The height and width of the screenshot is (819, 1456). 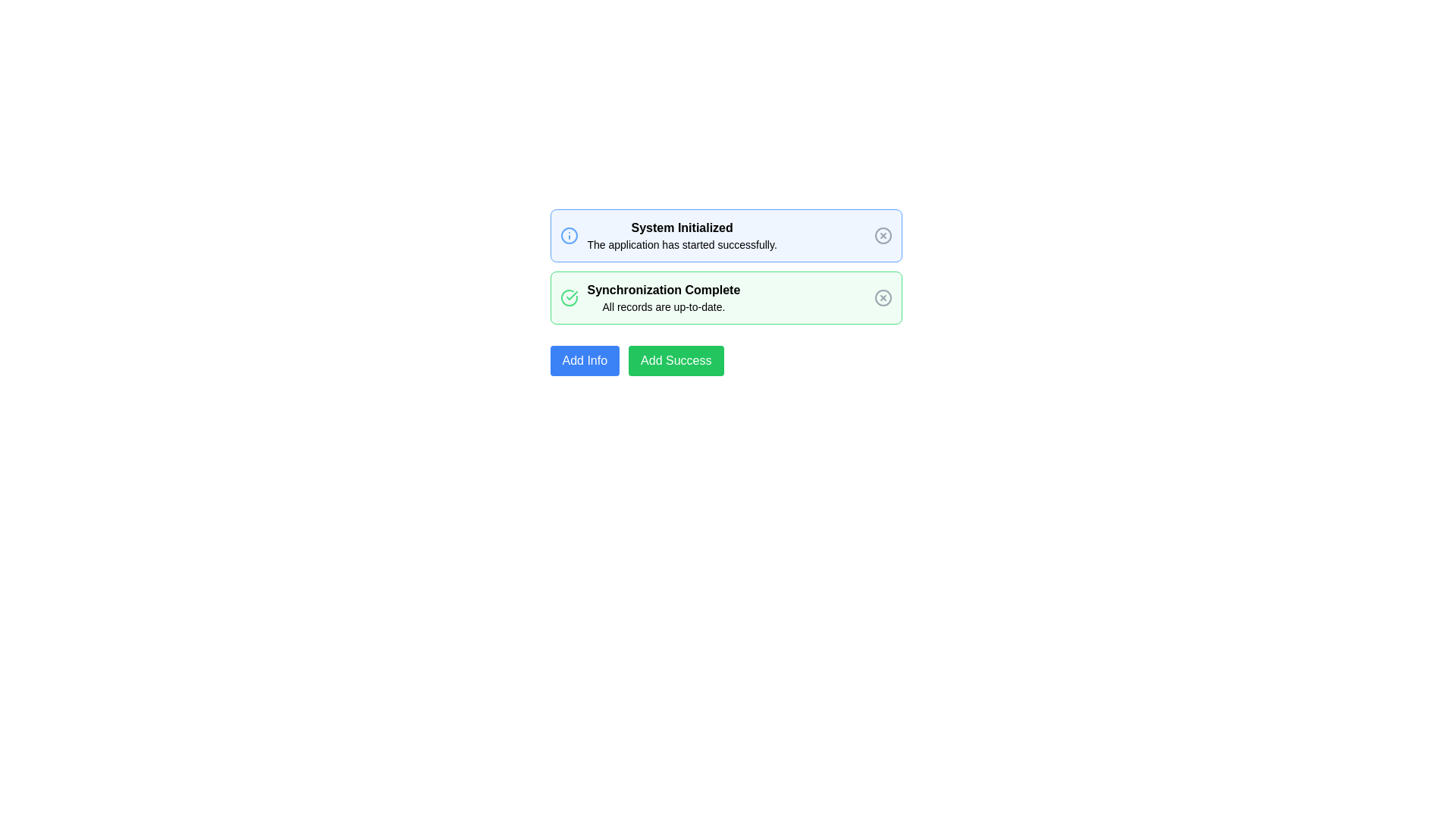 What do you see at coordinates (725, 236) in the screenshot?
I see `displayed text from the Notification card, which is the top card in a list of message cards, positioned directly above the 'Synchronization Complete' card` at bounding box center [725, 236].